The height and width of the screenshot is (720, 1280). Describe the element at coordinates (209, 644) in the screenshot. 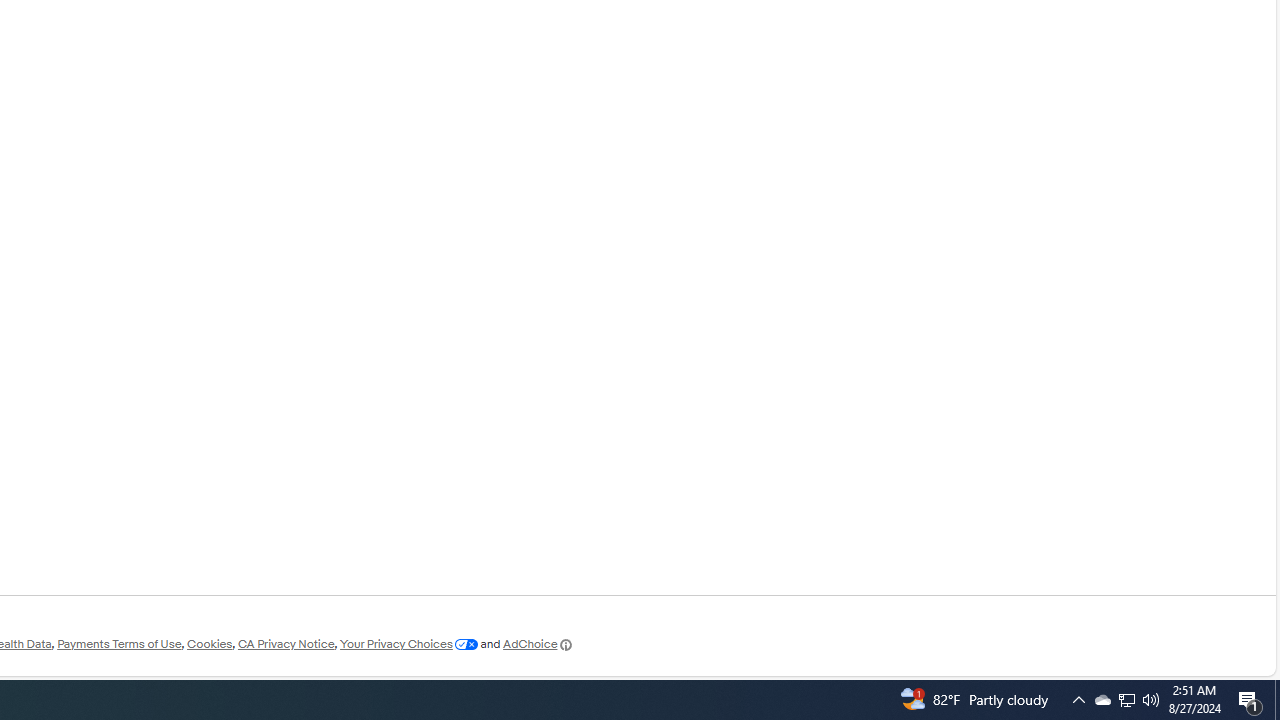

I see `'Cookies'` at that location.